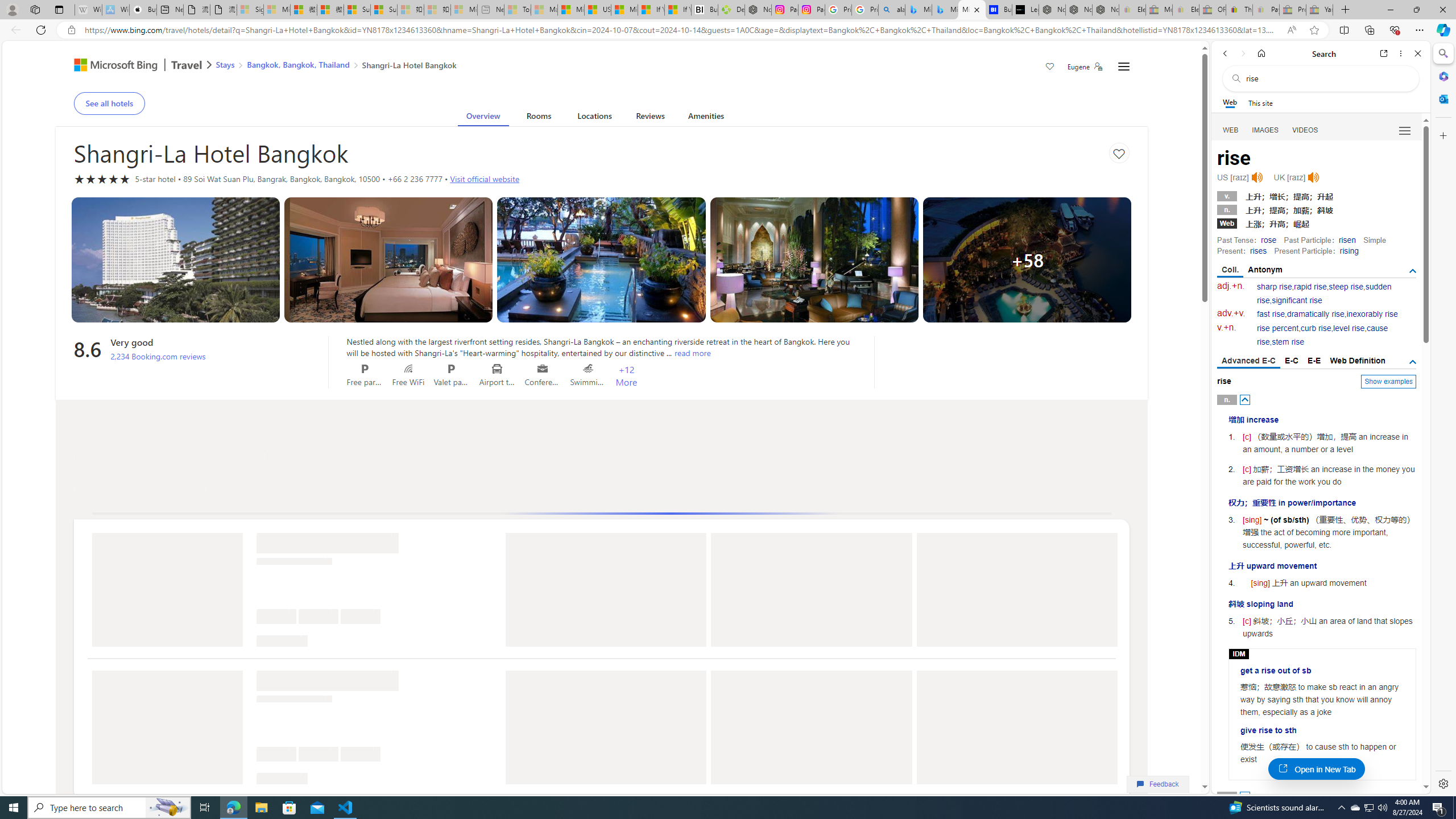 The height and width of the screenshot is (819, 1456). Describe the element at coordinates (971, 9) in the screenshot. I see `'Microsoft Bing Travel - Shangri-La Hotel Bangkok'` at that location.